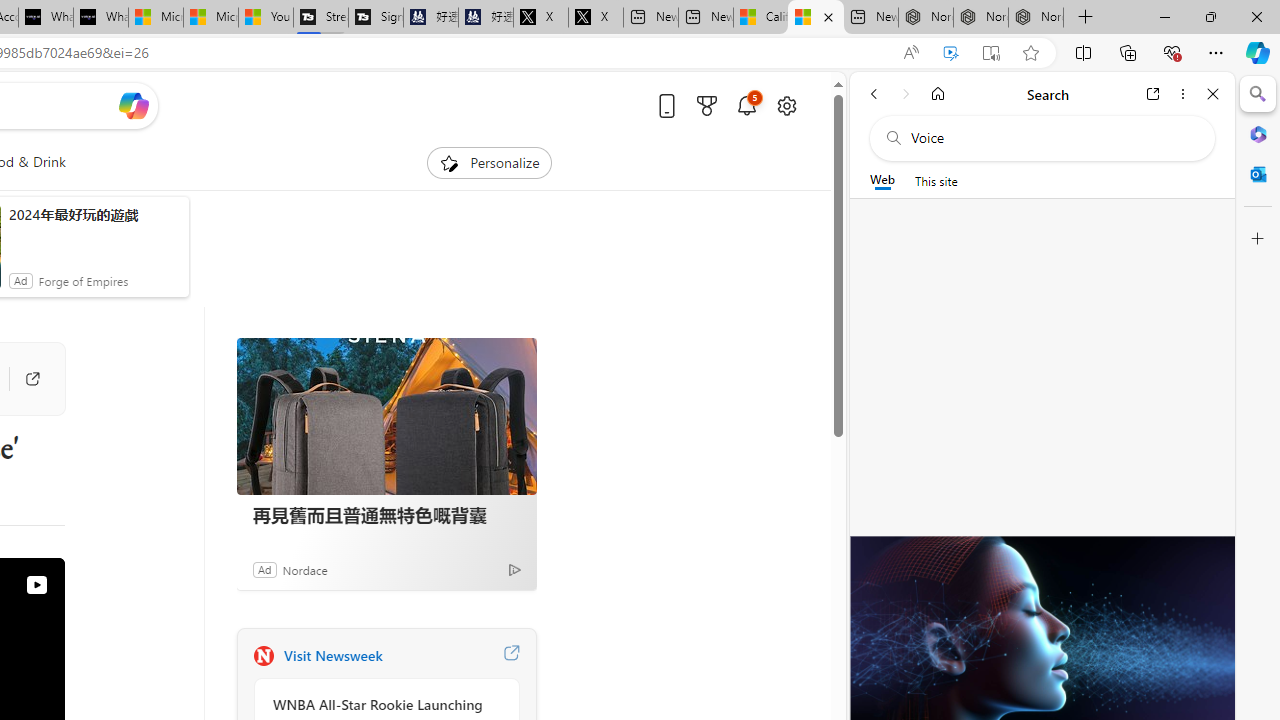 The width and height of the screenshot is (1280, 720). Describe the element at coordinates (1085, 17) in the screenshot. I see `'New Tab'` at that location.